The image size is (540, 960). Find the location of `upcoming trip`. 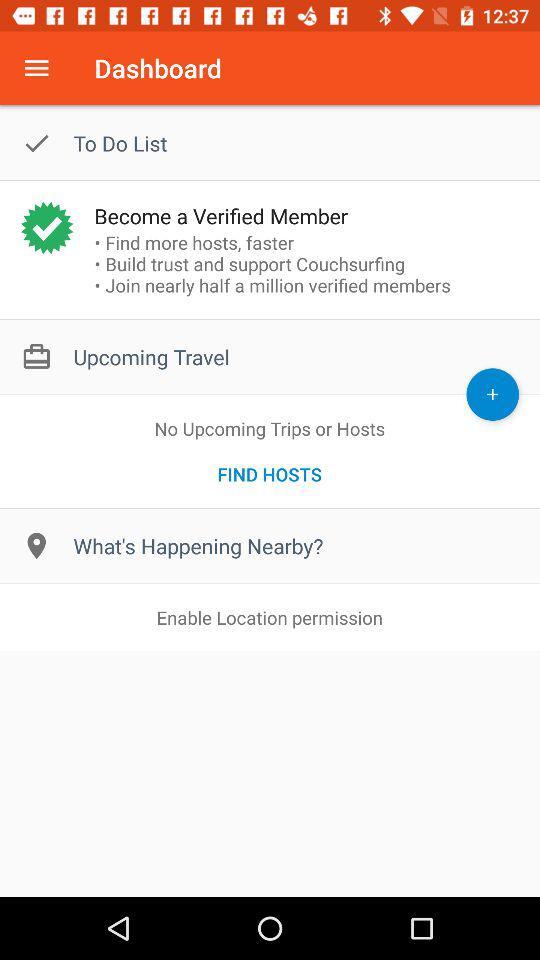

upcoming trip is located at coordinates (491, 393).